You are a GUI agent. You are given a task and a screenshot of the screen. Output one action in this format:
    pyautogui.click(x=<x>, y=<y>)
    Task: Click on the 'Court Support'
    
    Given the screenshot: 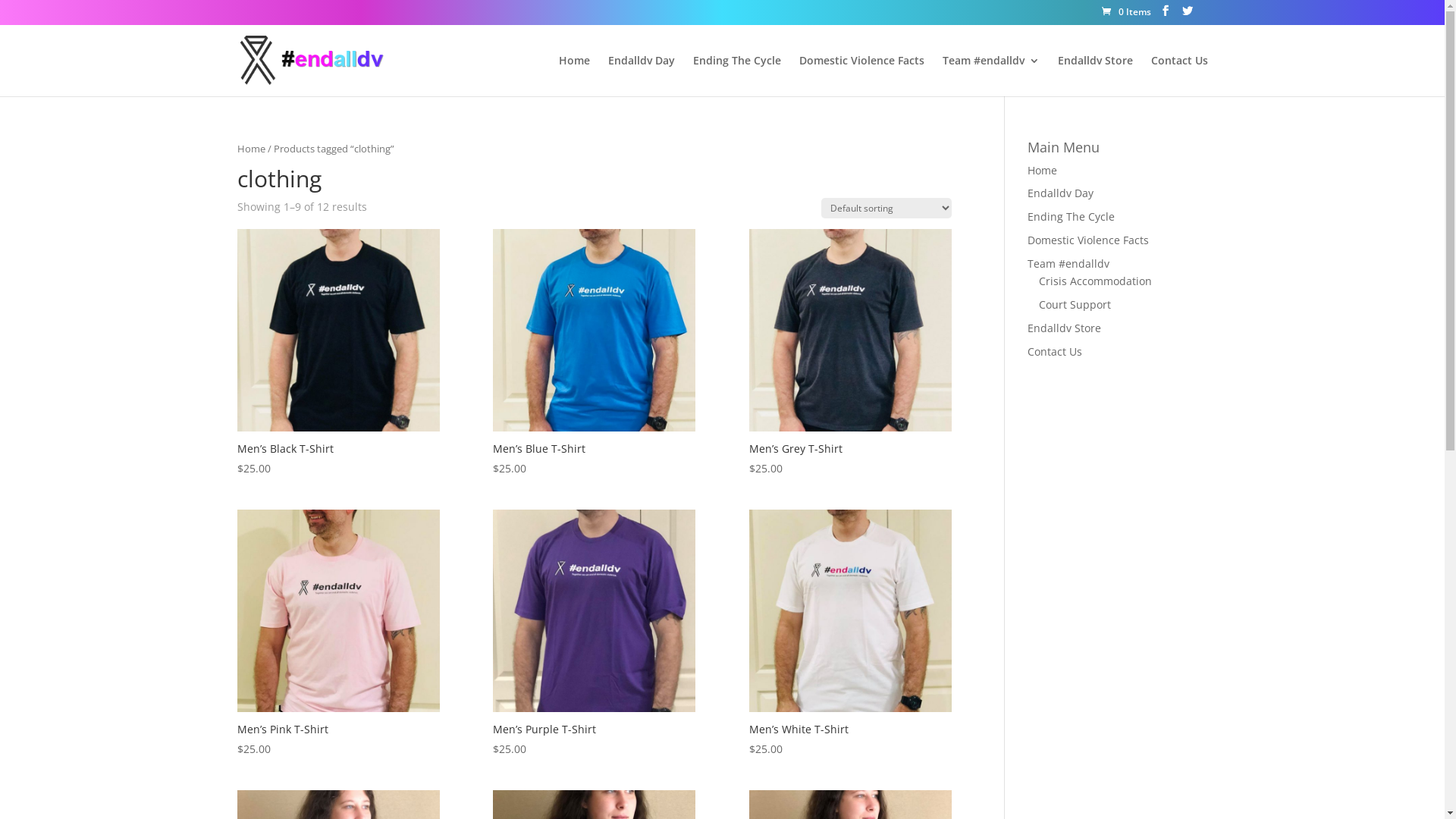 What is the action you would take?
    pyautogui.click(x=1074, y=304)
    